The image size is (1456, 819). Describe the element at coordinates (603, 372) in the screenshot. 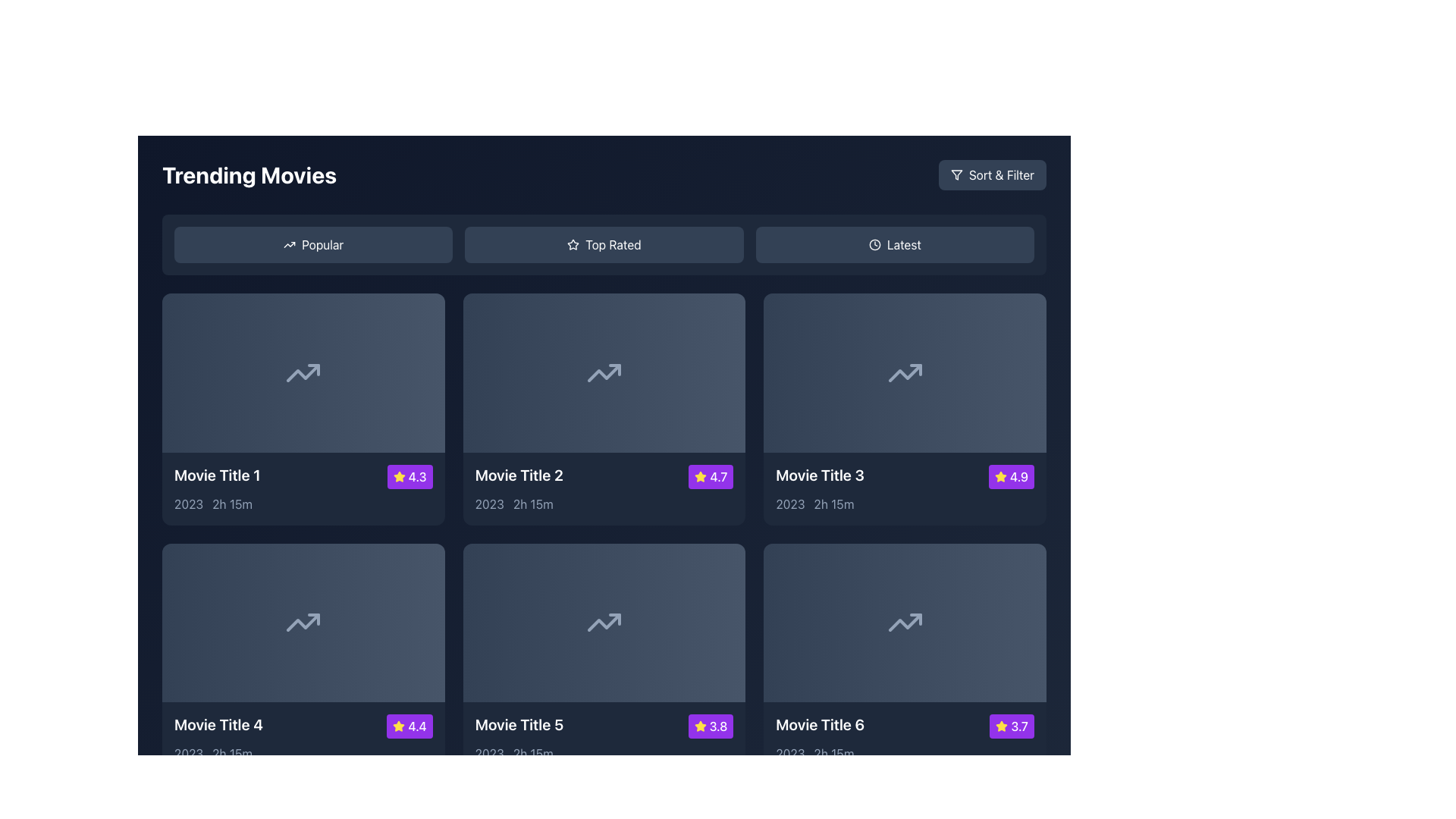

I see `the trending icon located in the second box from the left in the top row of the grid under the 'Trending Movies' section, which is associated with 'Movie Title 2.'` at that location.